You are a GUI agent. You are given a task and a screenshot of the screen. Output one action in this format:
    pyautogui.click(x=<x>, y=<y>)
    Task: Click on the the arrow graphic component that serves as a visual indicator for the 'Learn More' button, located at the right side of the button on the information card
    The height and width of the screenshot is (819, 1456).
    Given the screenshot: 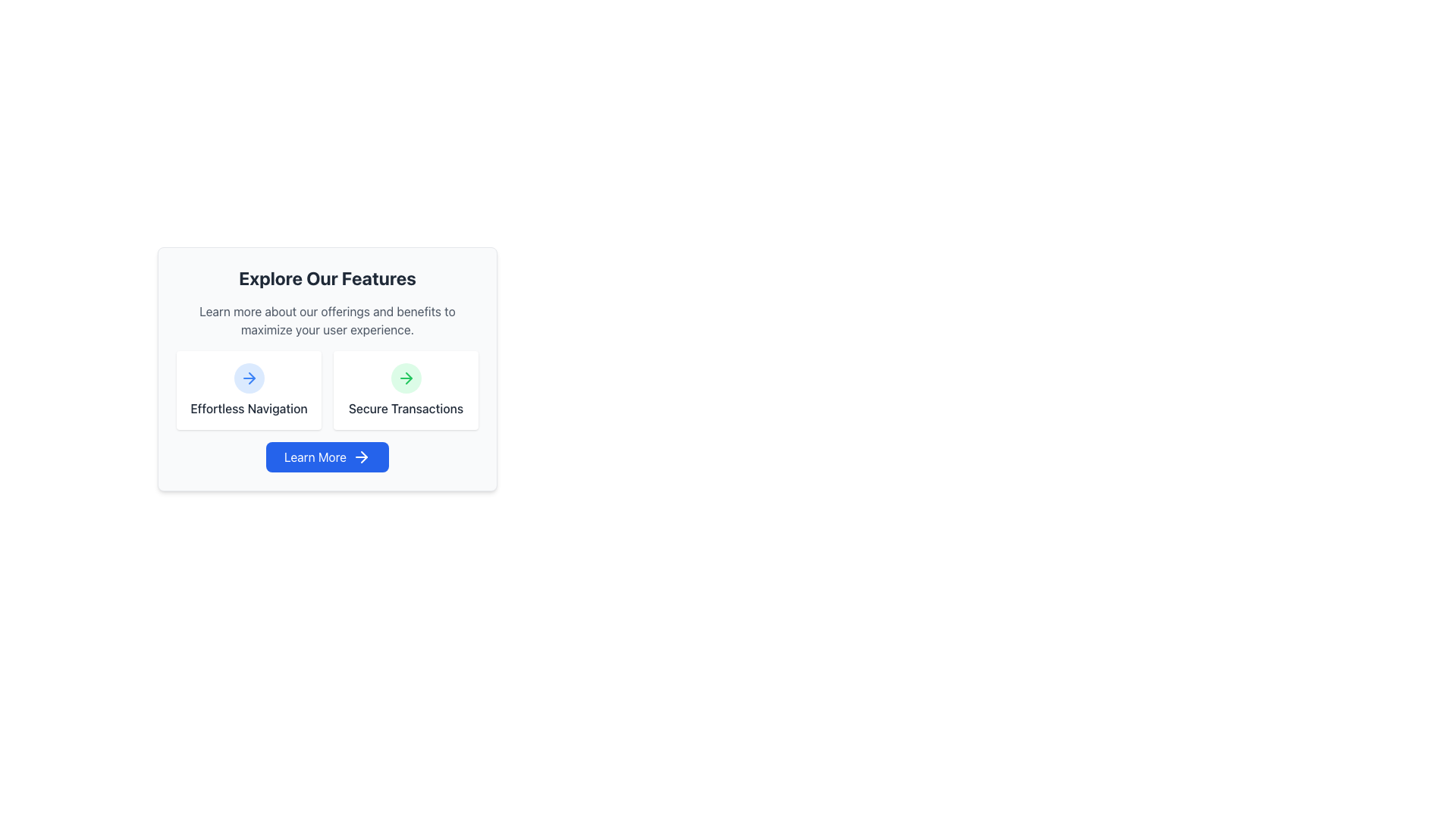 What is the action you would take?
    pyautogui.click(x=251, y=377)
    